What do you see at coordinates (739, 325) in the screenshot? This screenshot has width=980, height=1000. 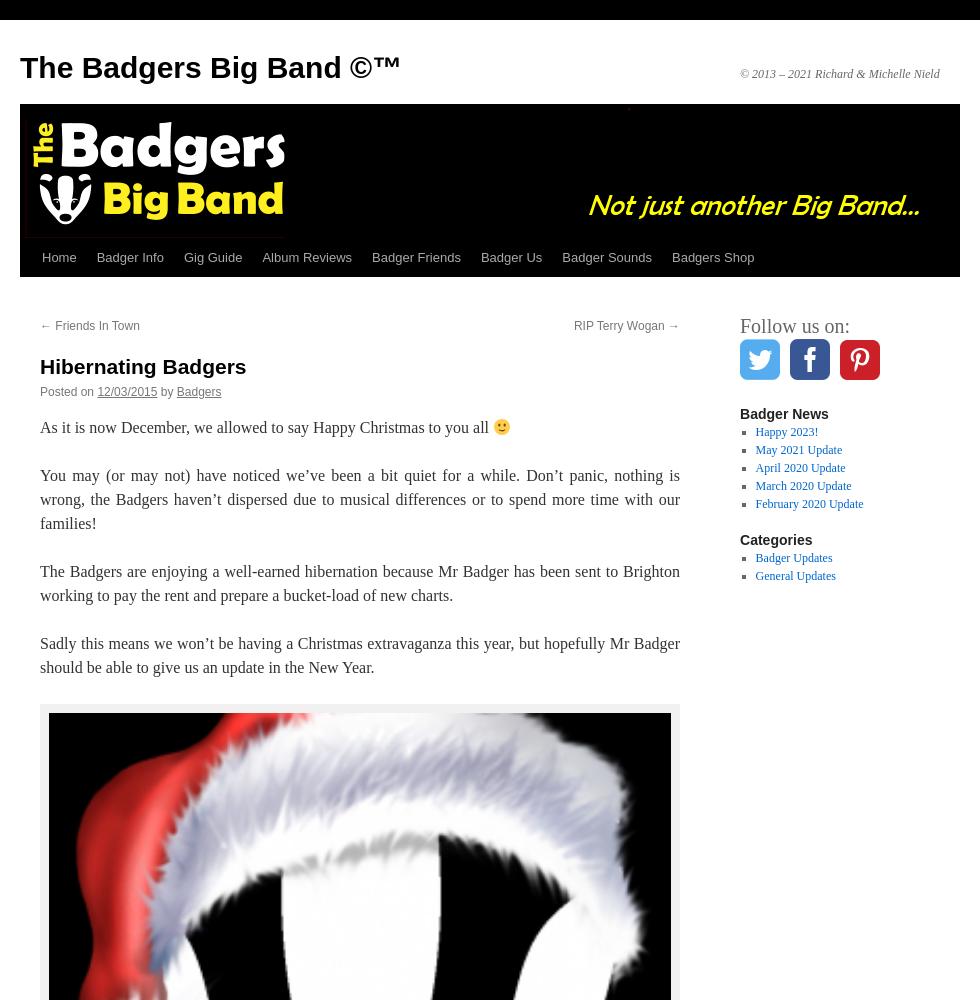 I see `'Follow us on:'` at bounding box center [739, 325].